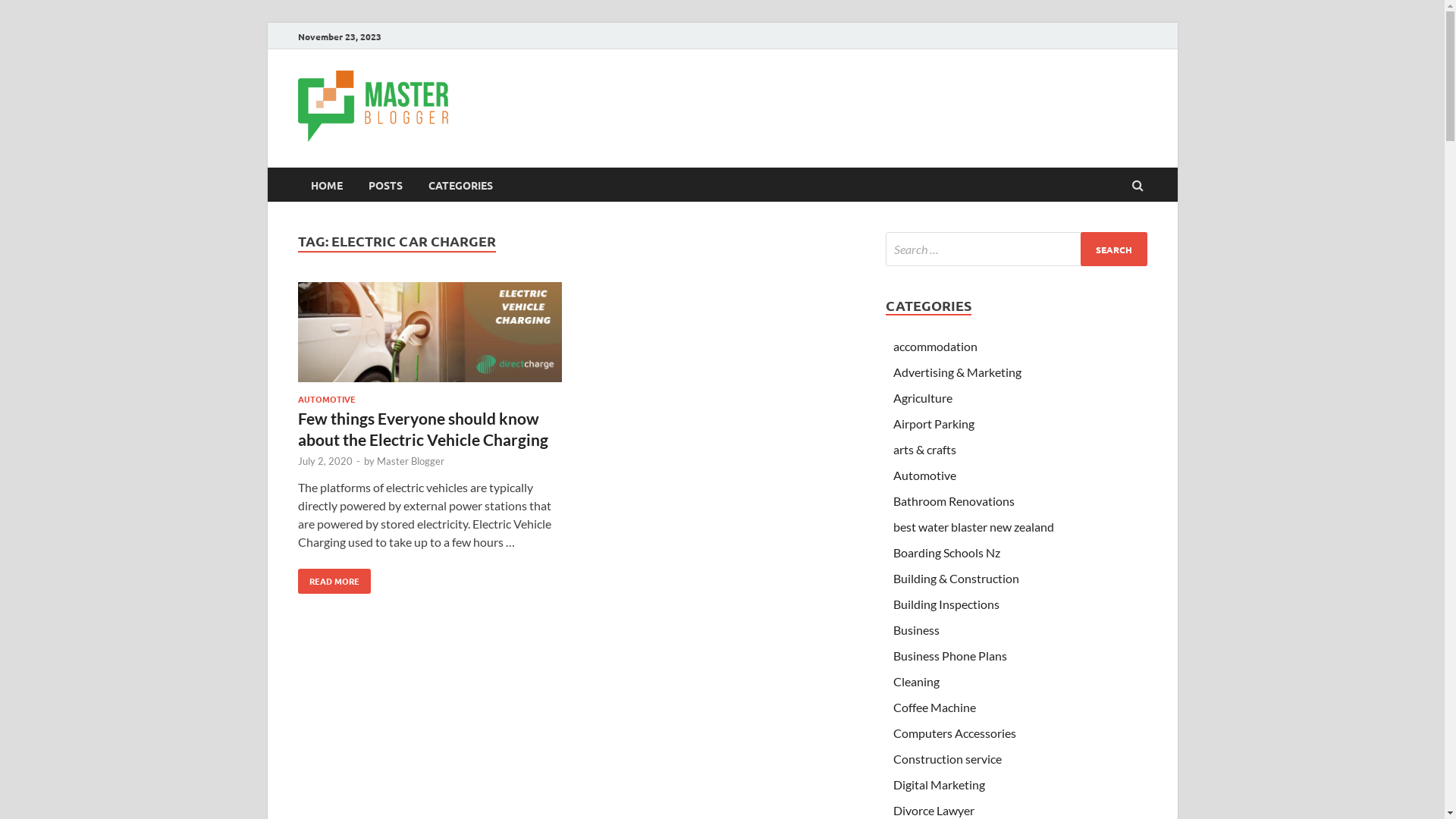 The width and height of the screenshot is (1456, 819). What do you see at coordinates (946, 603) in the screenshot?
I see `'Building Inspections'` at bounding box center [946, 603].